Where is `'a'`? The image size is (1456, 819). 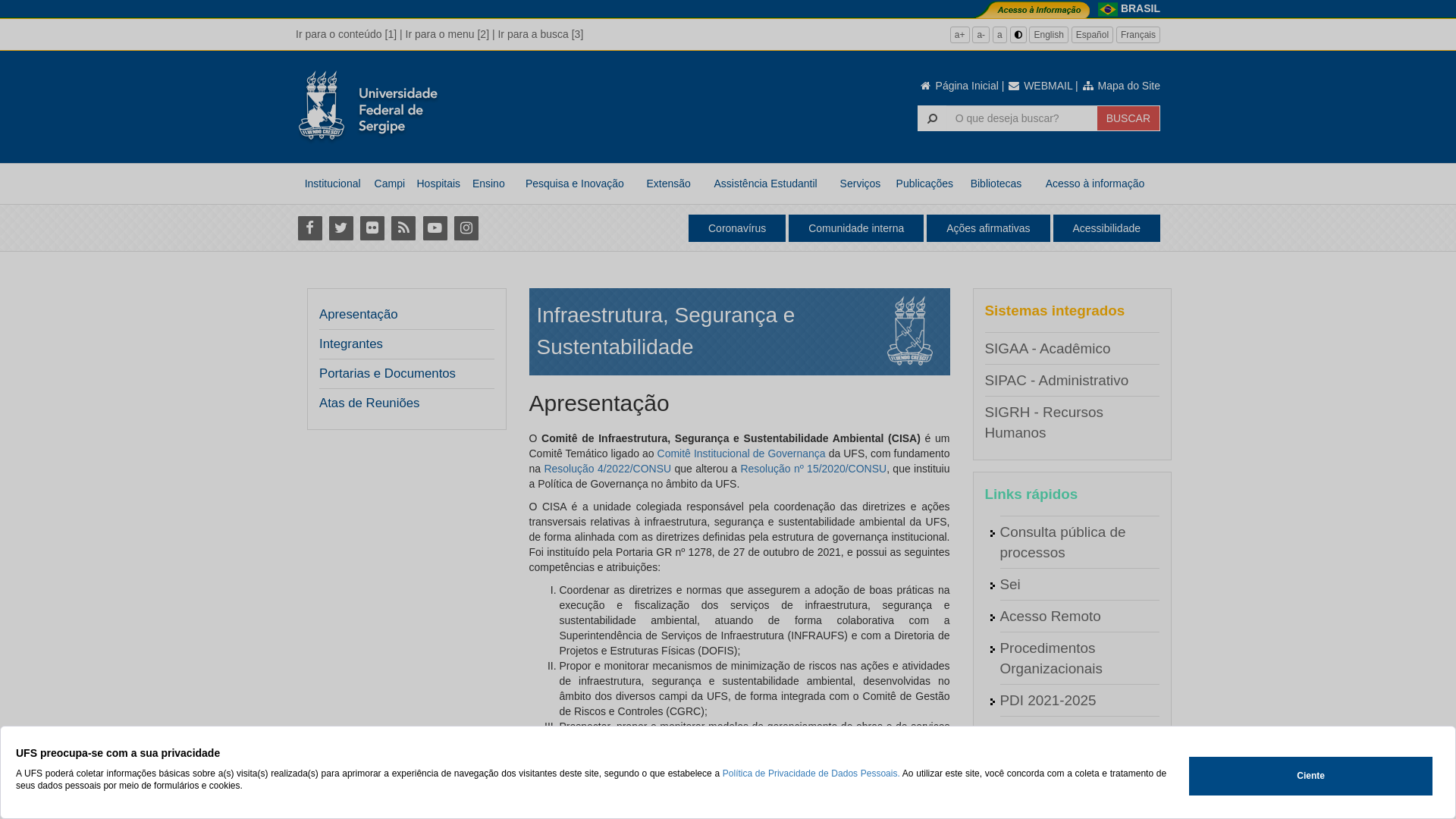
'a' is located at coordinates (999, 34).